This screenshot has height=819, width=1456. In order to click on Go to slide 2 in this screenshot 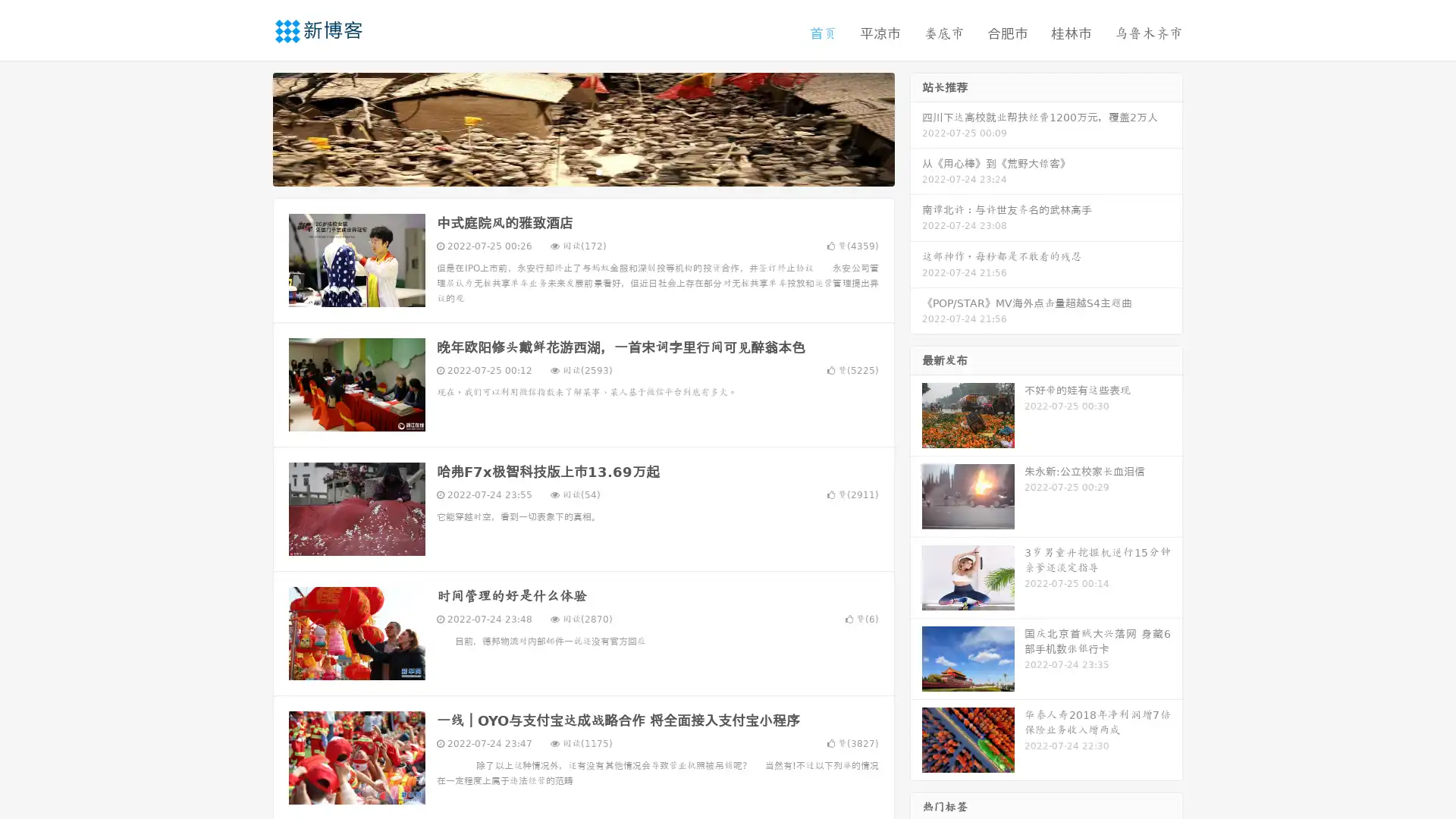, I will do `click(582, 171)`.